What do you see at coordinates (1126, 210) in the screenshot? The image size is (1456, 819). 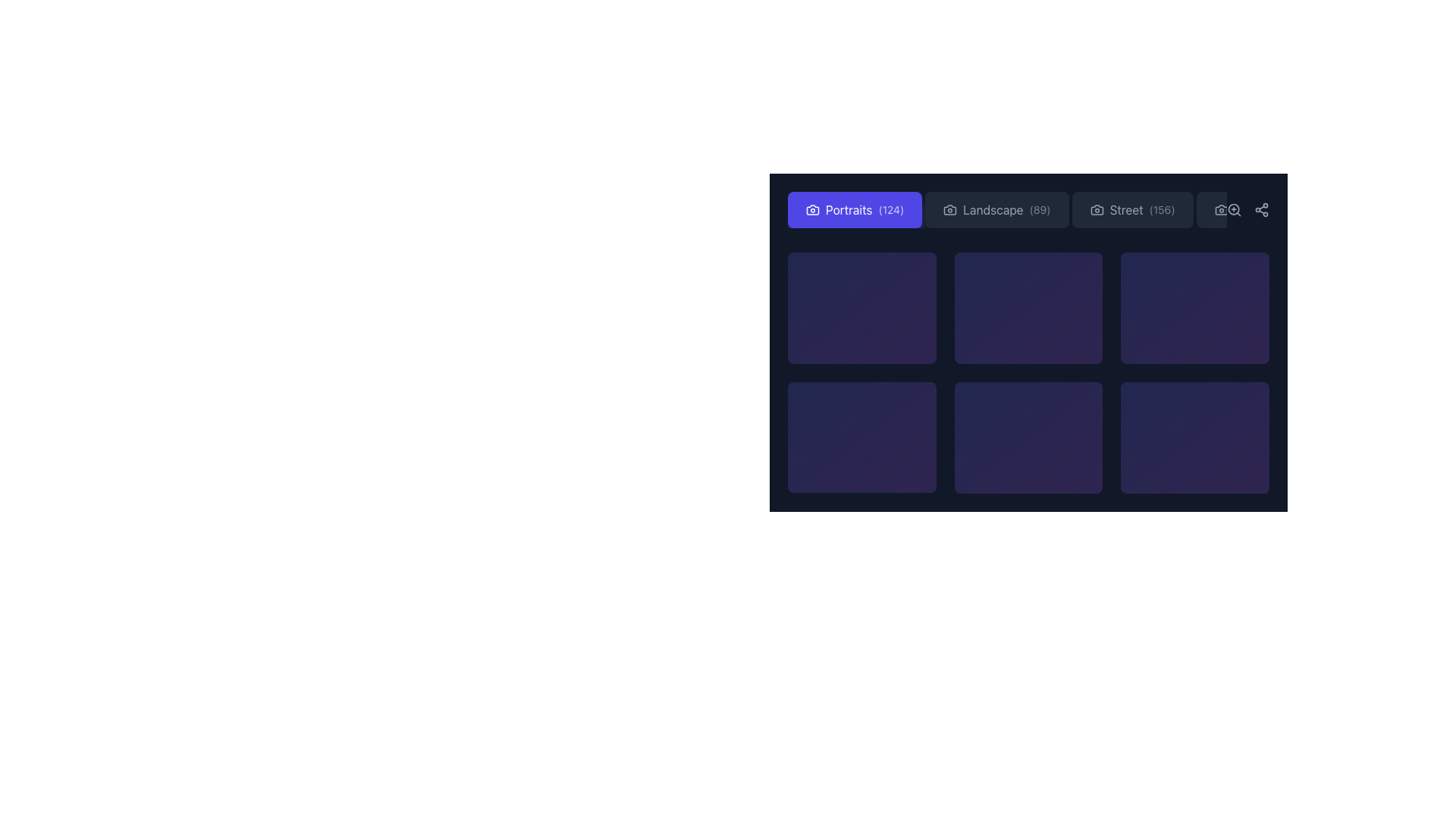 I see `the 'Street' text label located in the top-right section of the UI, styled in a consistent font and neutral color scheme` at bounding box center [1126, 210].